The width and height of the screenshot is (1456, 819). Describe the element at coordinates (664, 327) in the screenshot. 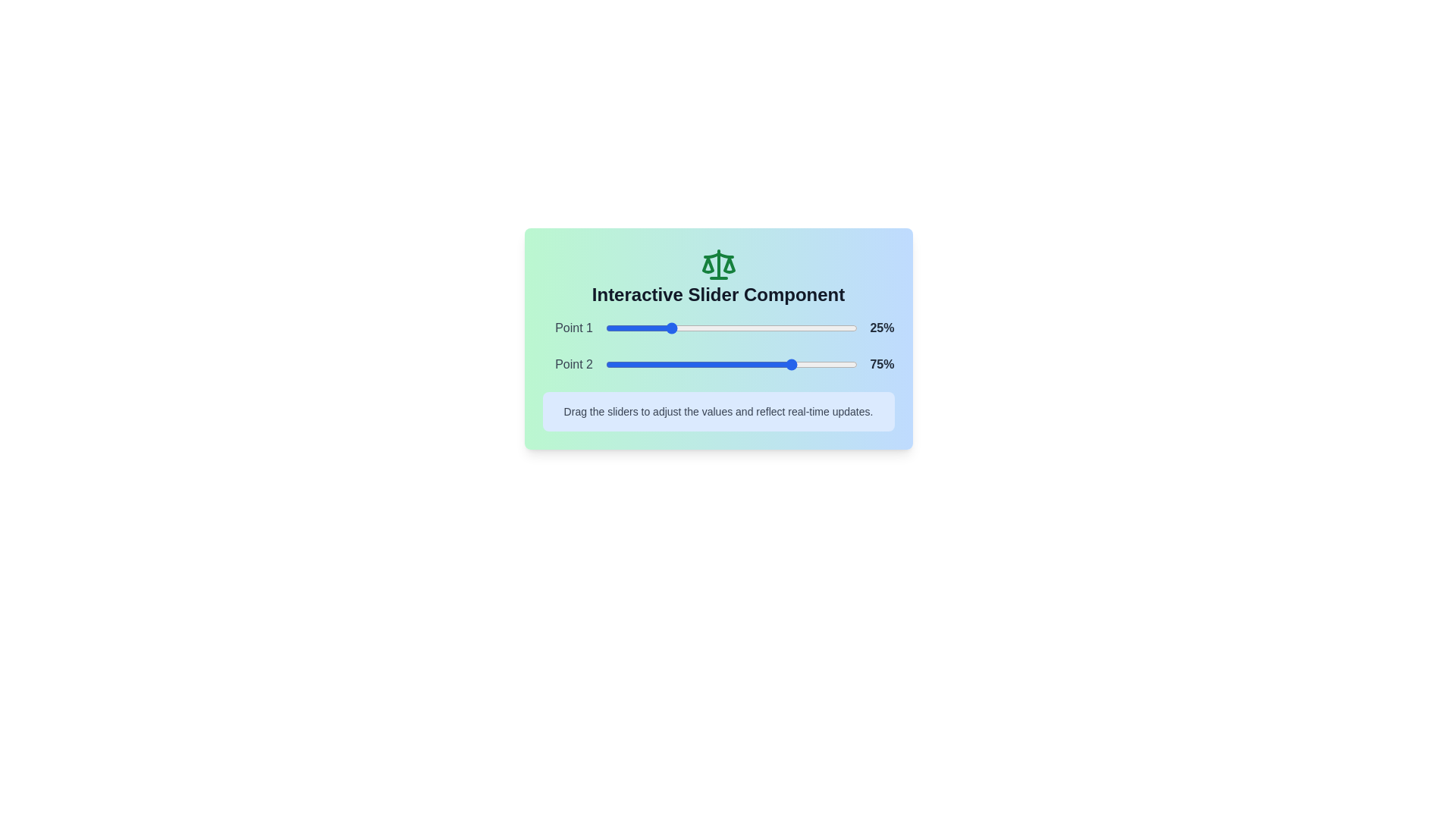

I see `the slider to set its value to 23%` at that location.